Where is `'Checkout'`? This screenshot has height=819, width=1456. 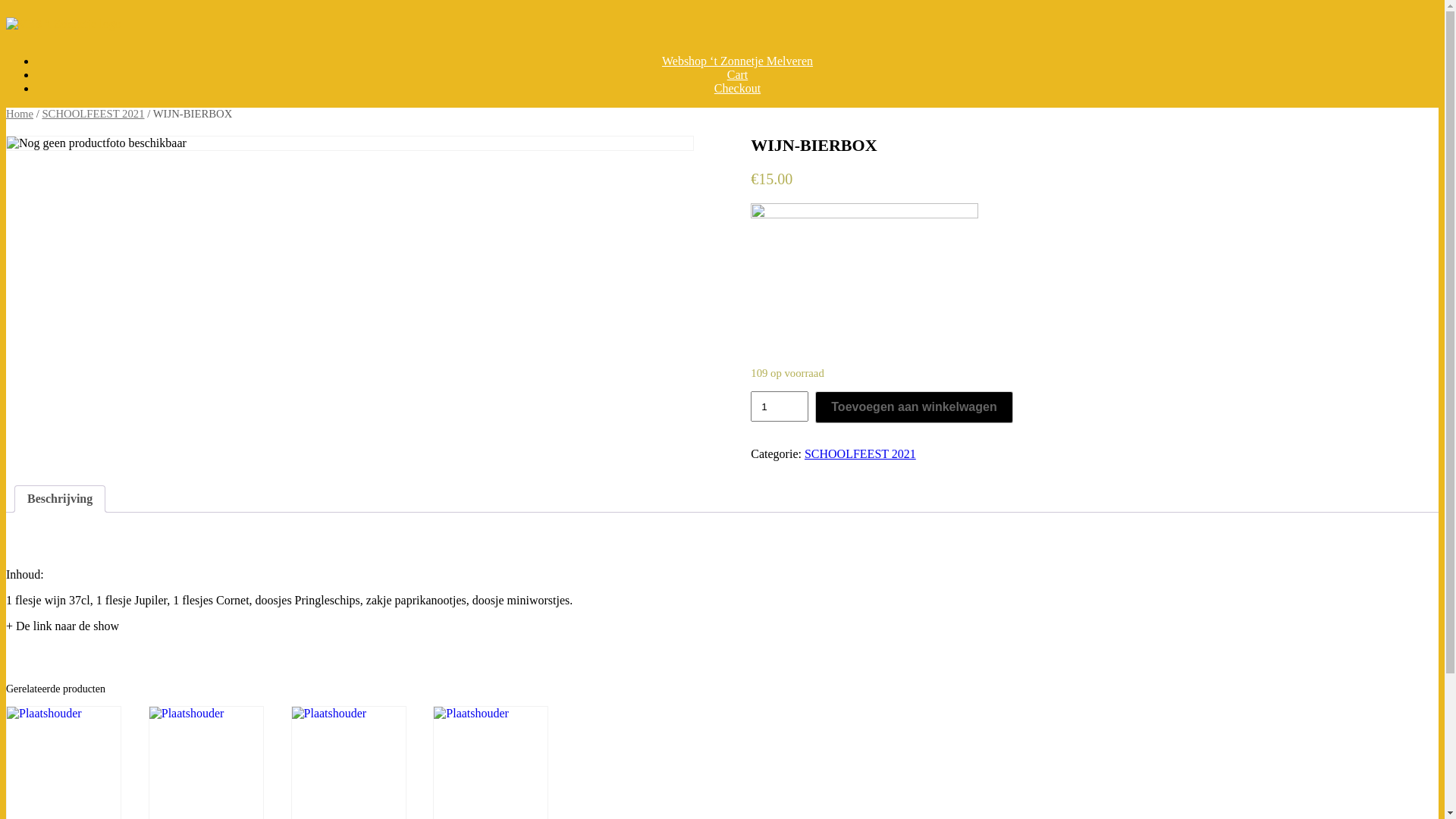 'Checkout' is located at coordinates (737, 88).